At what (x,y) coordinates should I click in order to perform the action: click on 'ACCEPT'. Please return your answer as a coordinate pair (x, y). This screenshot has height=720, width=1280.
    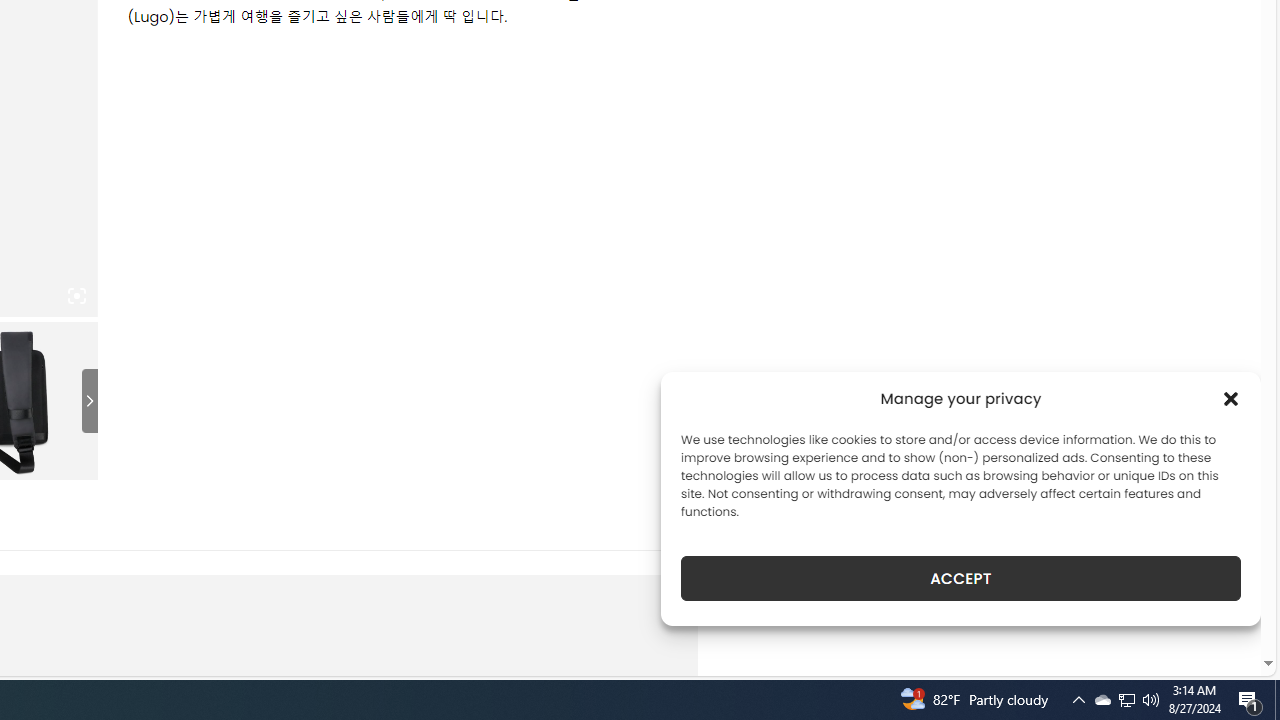
    Looking at the image, I should click on (961, 578).